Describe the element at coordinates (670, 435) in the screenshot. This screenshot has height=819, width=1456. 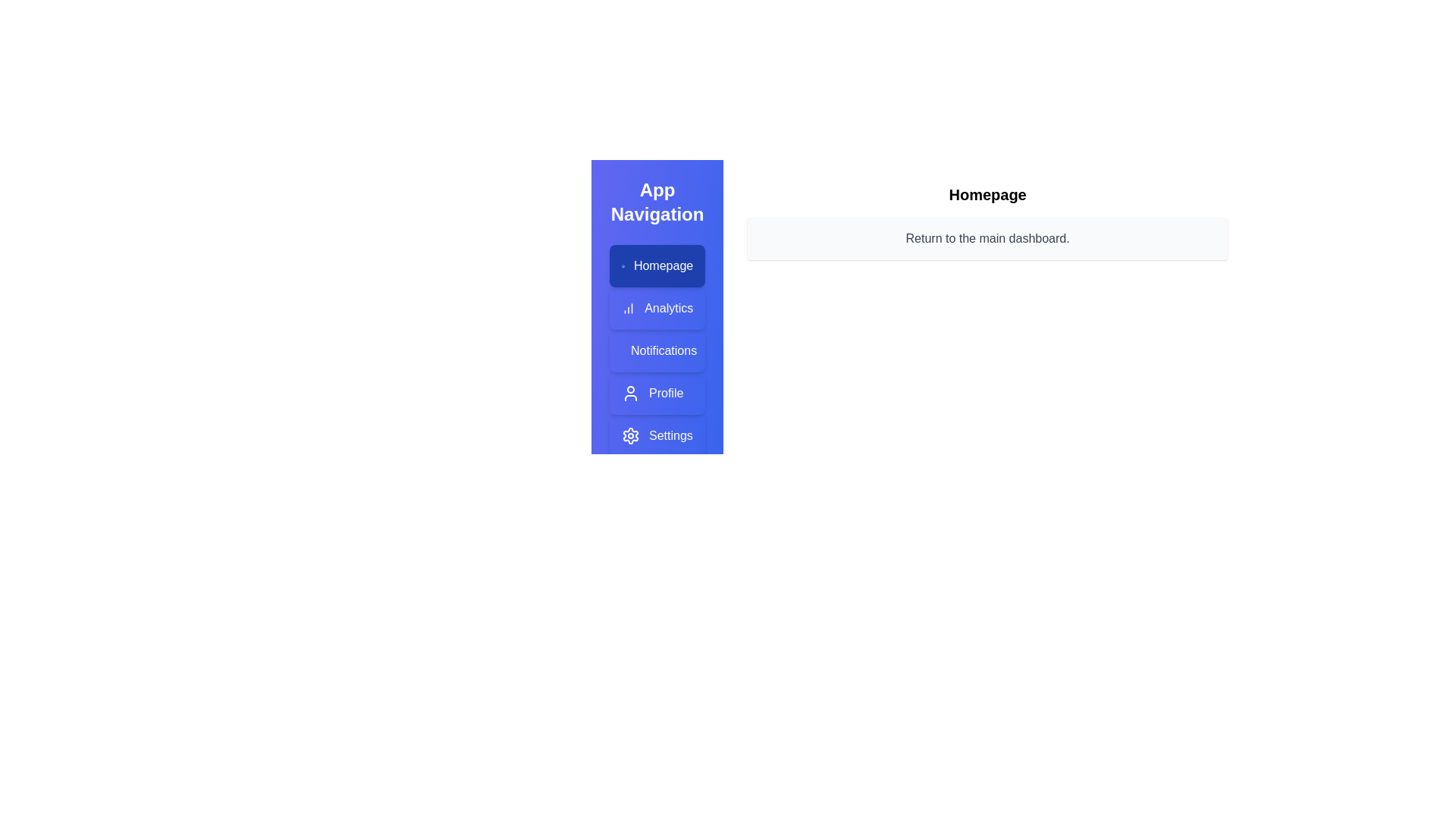
I see `text label for the 'Settings' section located in the vertical navigation menu on the left sidebar, which is positioned at the bottom of the menu items and directly to the right of a gear icon` at that location.